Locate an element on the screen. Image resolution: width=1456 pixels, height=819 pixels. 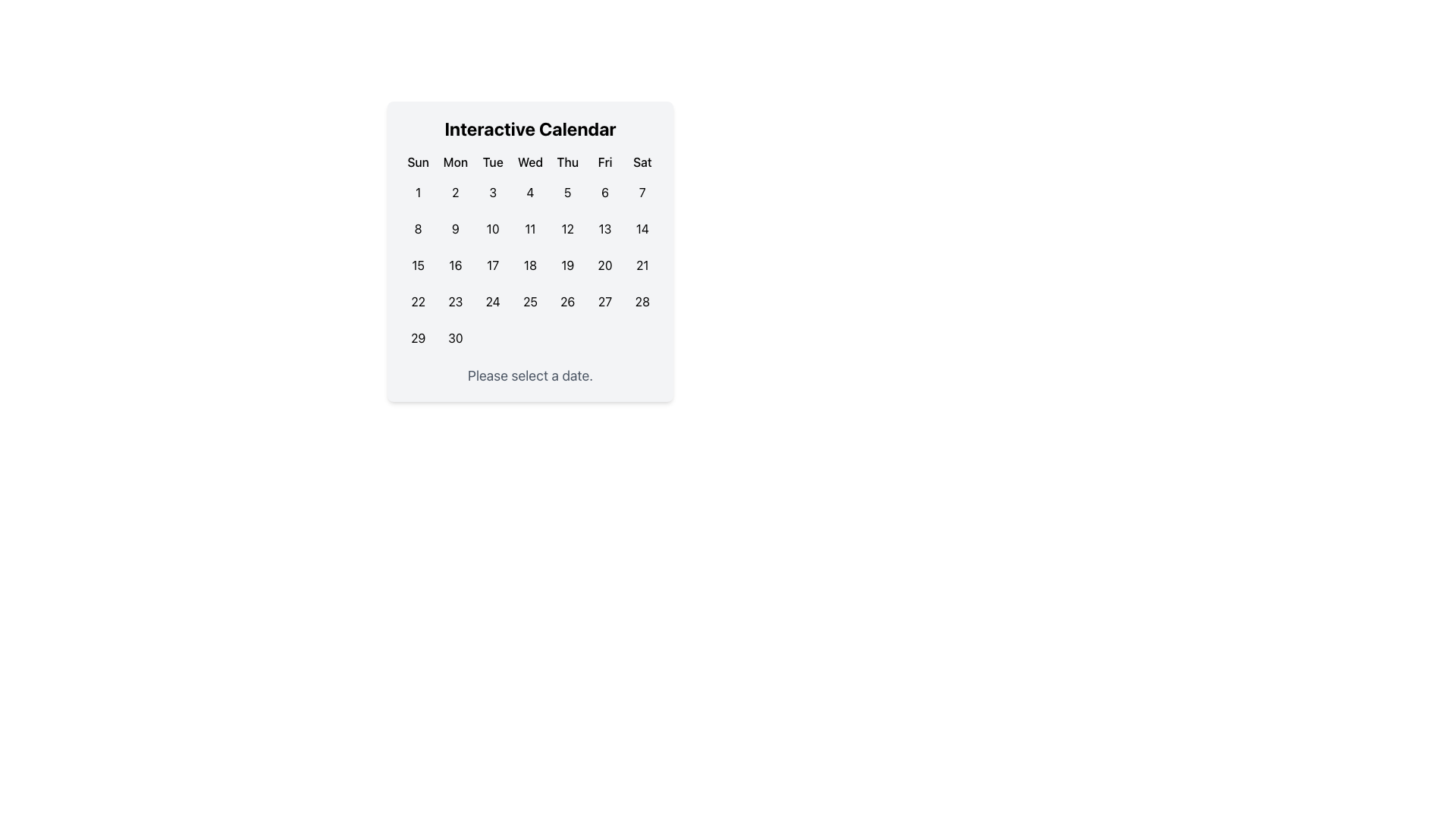
the interactive date element displaying the number '29' in the calendar grid to observe the color change of the background to blue and the text to white is located at coordinates (418, 337).